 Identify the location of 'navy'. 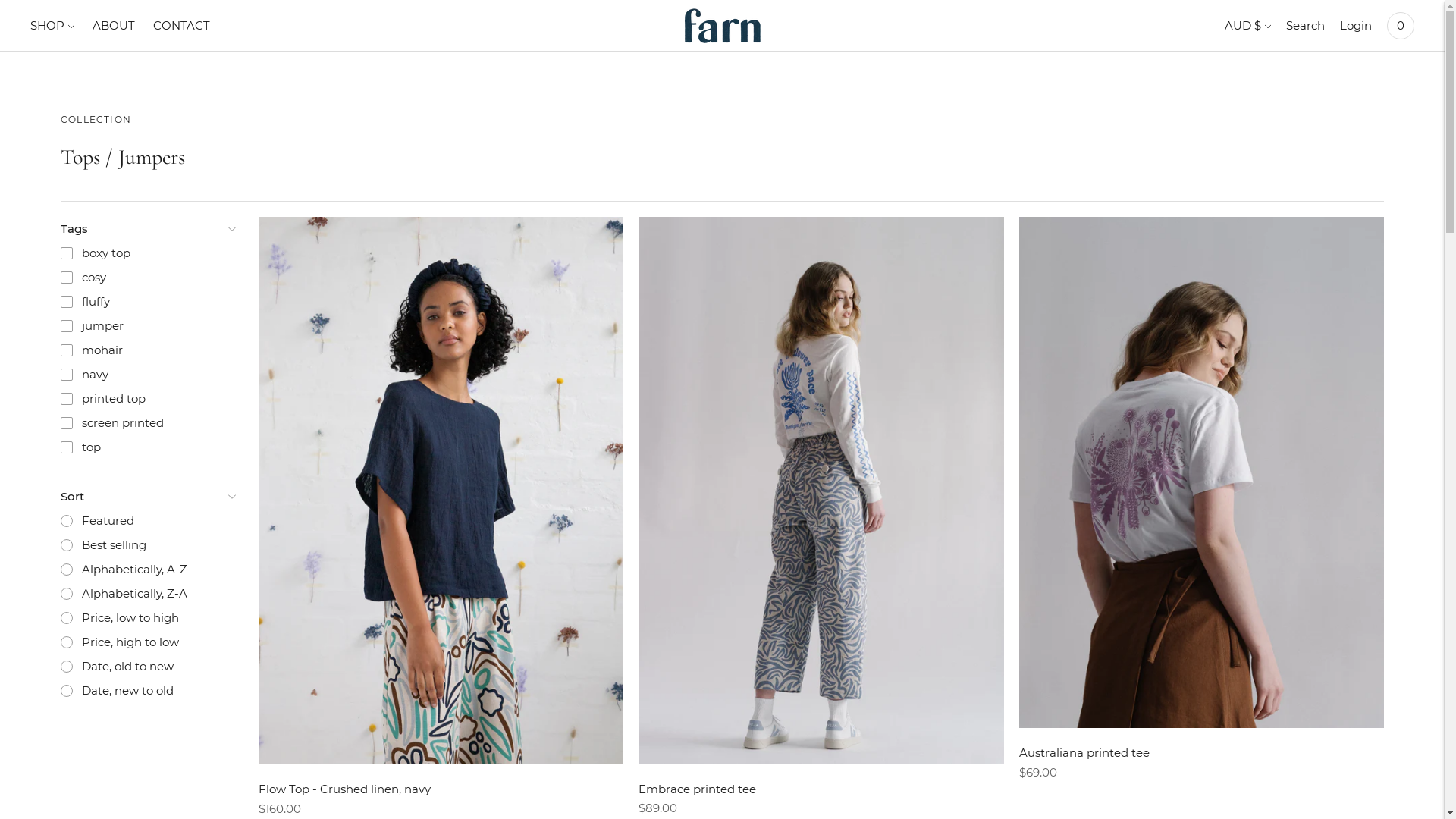
(51, 374).